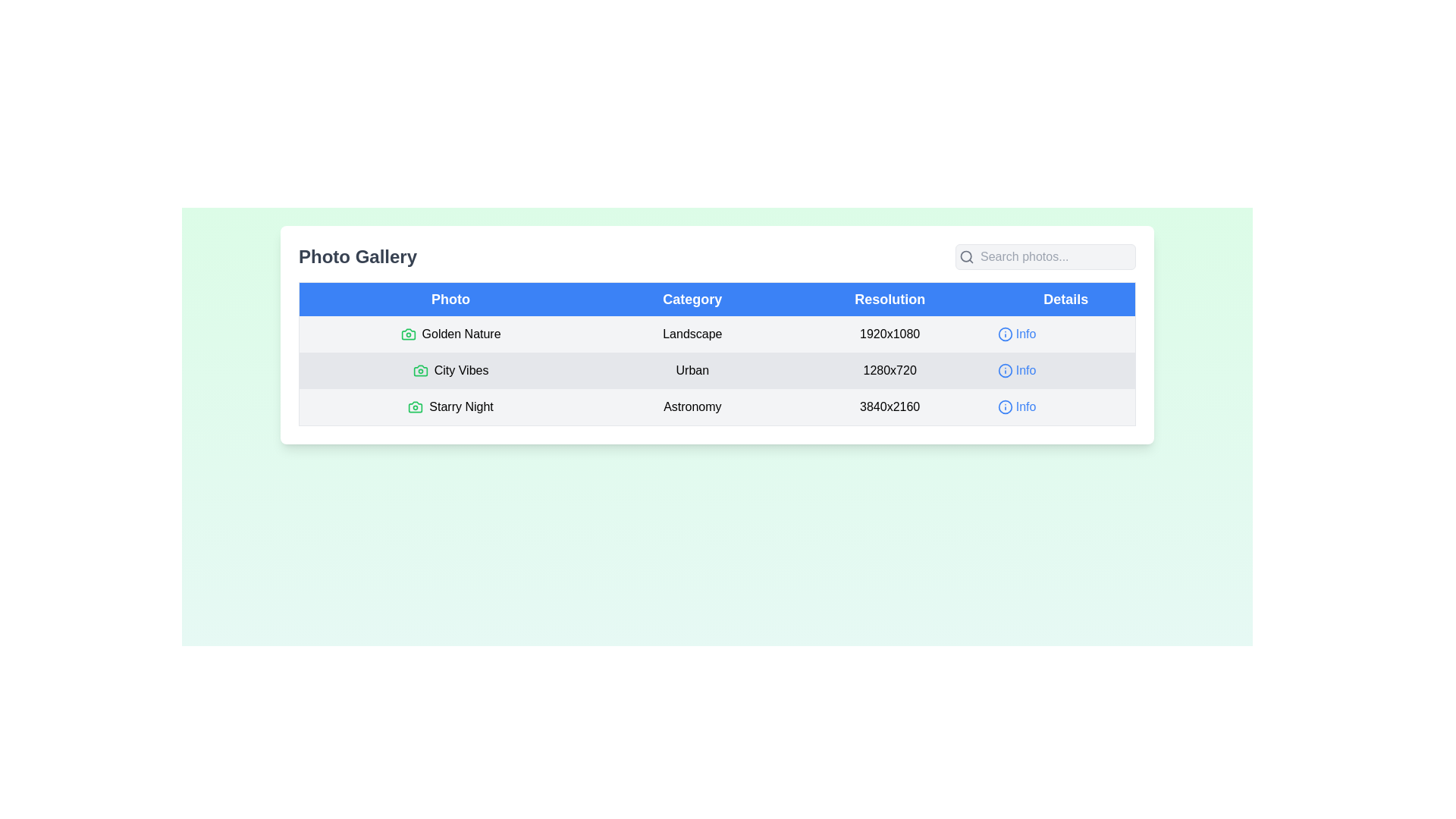 The height and width of the screenshot is (819, 1456). Describe the element at coordinates (1017, 333) in the screenshot. I see `the first 'Info' button in the 'Details' column of the first row of the data table, which provides detailed information related to the corresponding row when clicked` at that location.